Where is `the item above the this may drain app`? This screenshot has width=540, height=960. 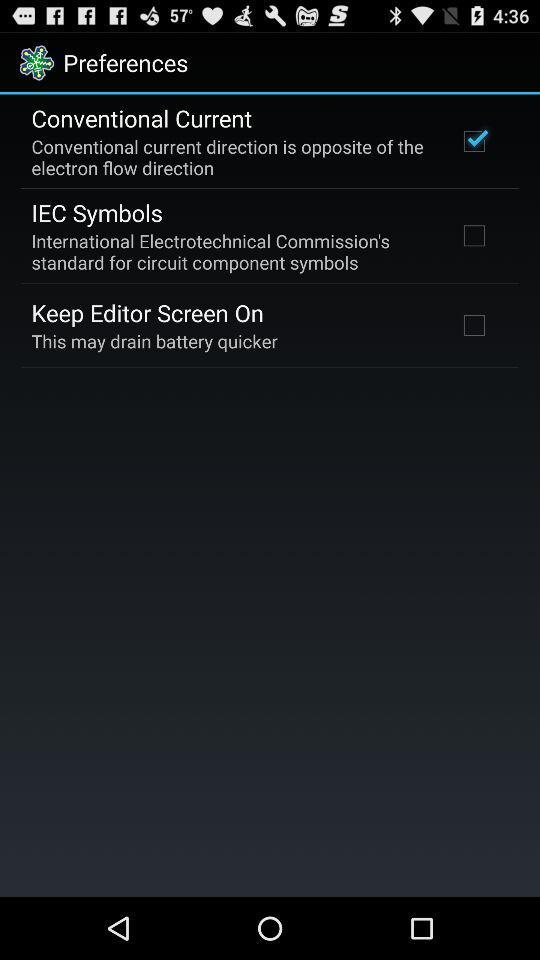
the item above the this may drain app is located at coordinates (146, 312).